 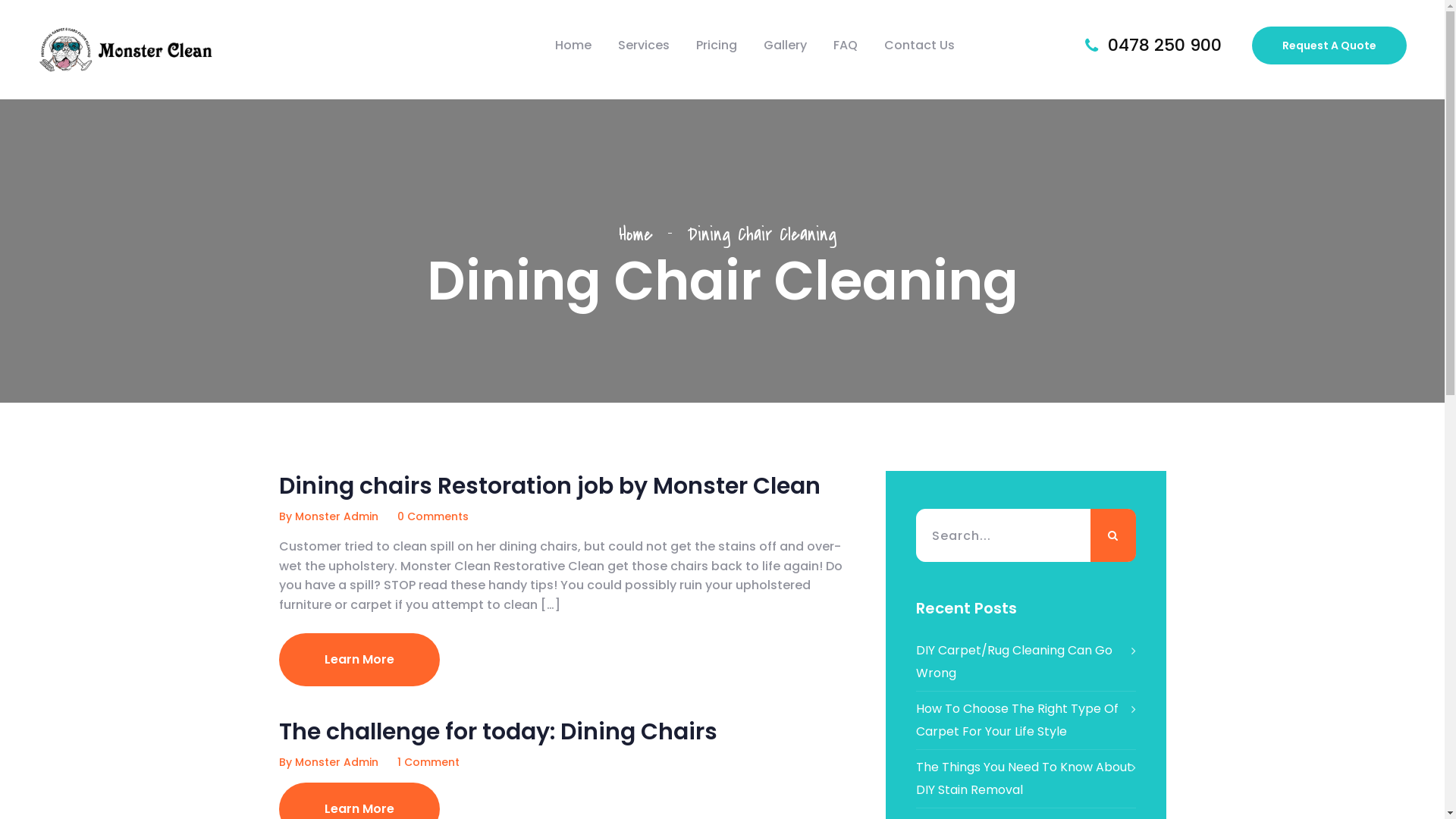 What do you see at coordinates (432, 516) in the screenshot?
I see `'0 Comments'` at bounding box center [432, 516].